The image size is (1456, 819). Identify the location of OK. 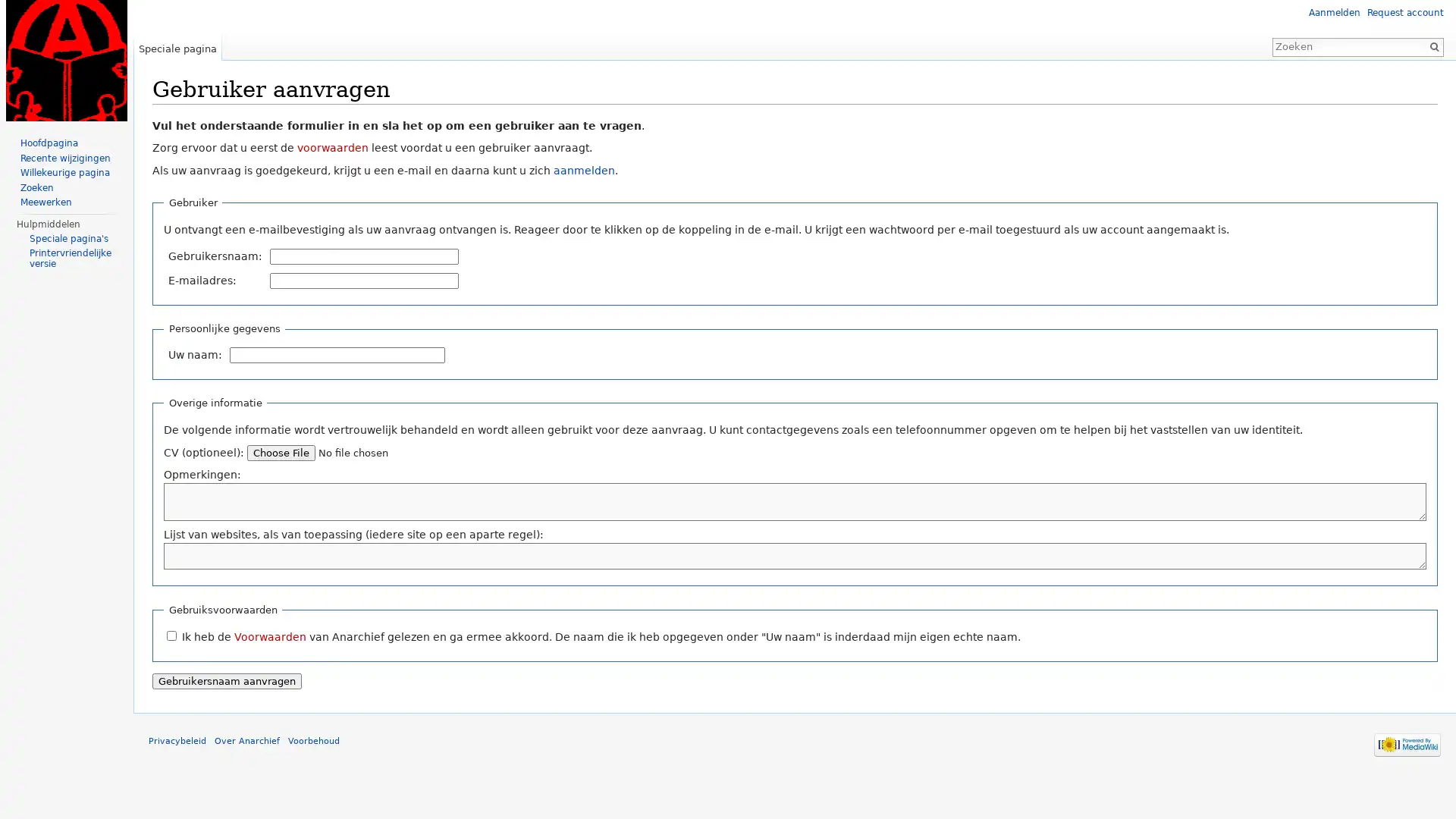
(1433, 45).